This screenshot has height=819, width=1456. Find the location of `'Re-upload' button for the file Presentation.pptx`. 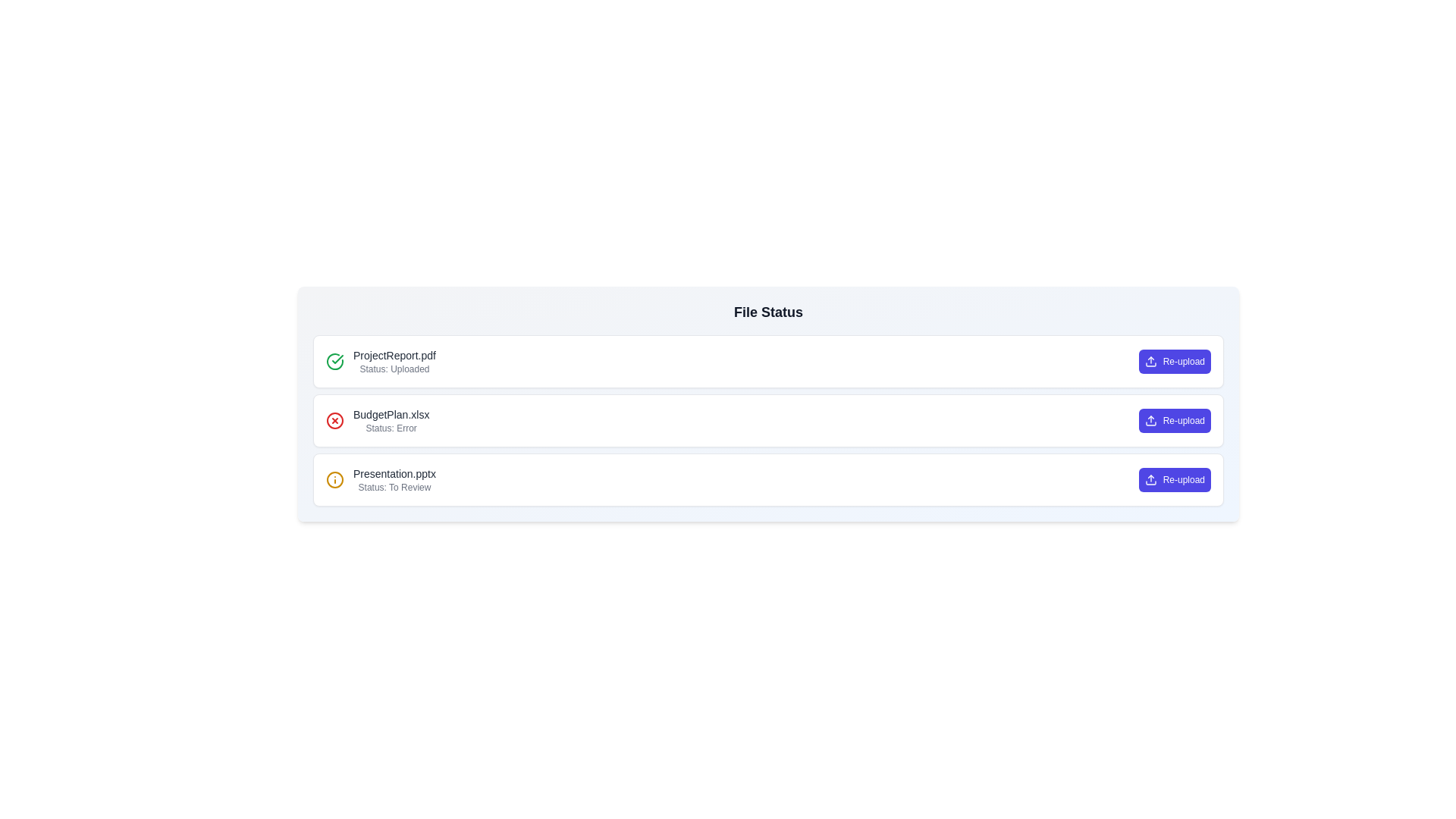

'Re-upload' button for the file Presentation.pptx is located at coordinates (1174, 479).